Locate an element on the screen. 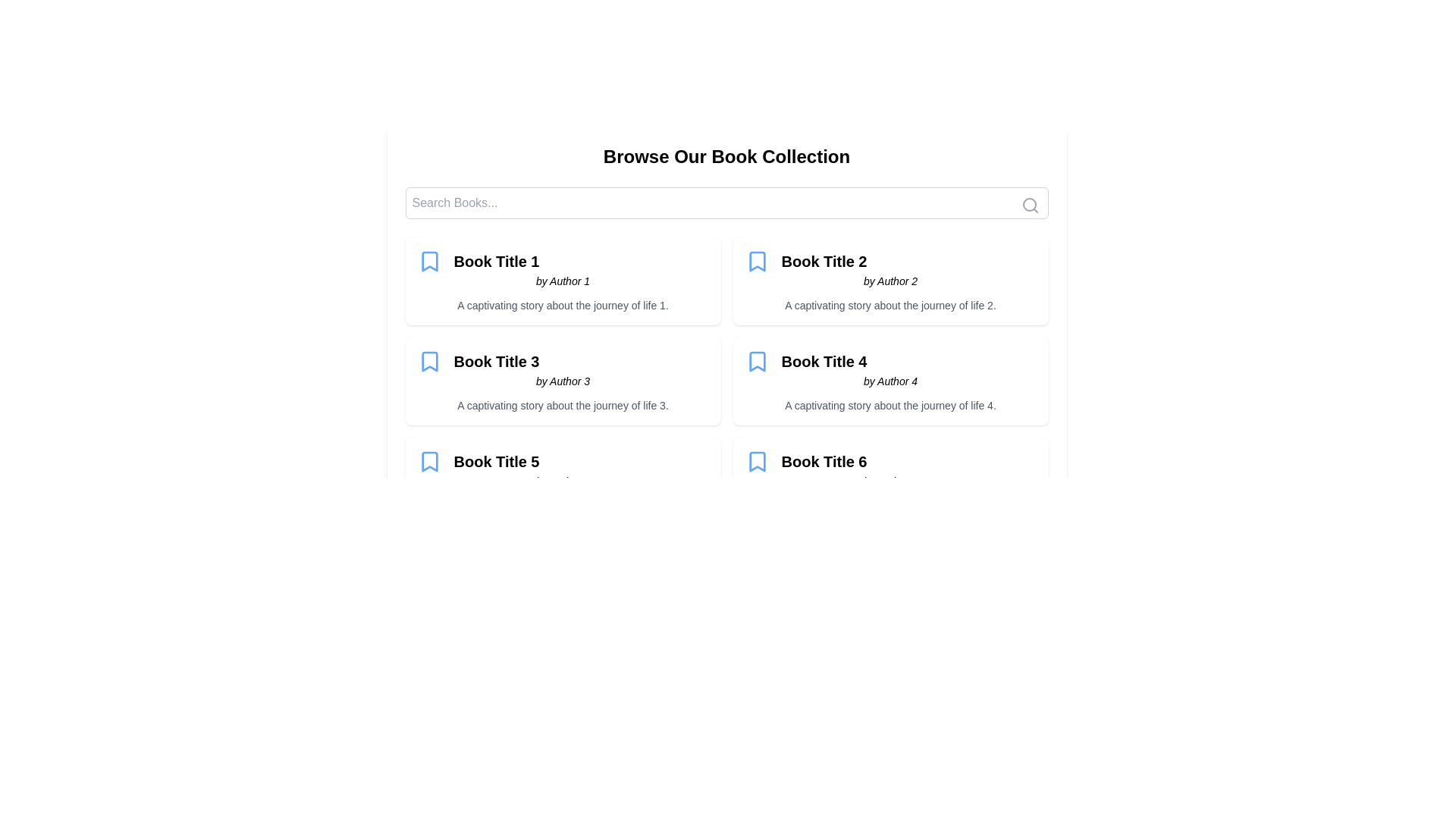 This screenshot has width=1456, height=819. the italicized text label reading 'by Author 3' located below the title 'Book Title 3' in the second column of the first row of the grid layout is located at coordinates (562, 380).